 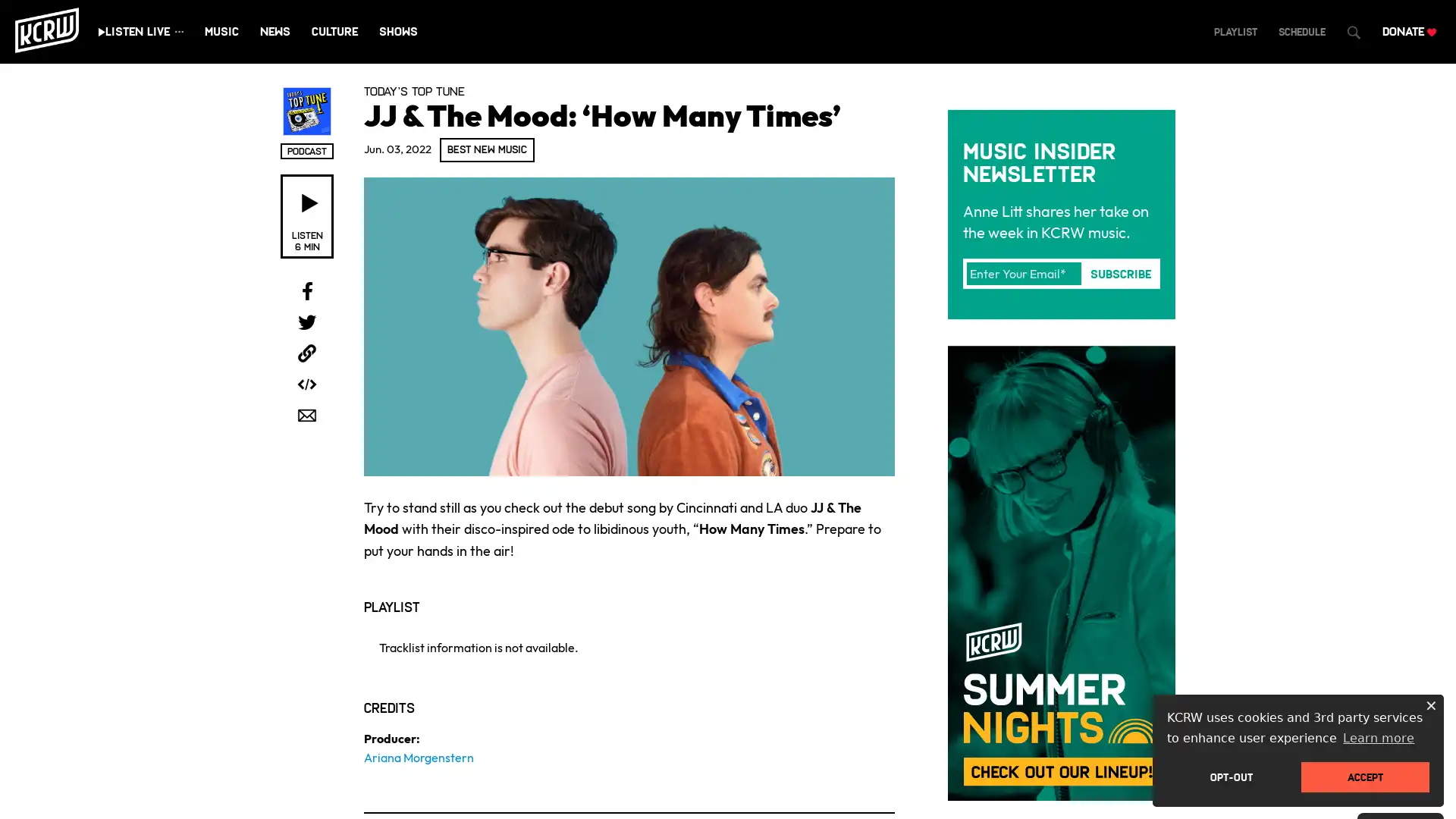 I want to click on Listen, so click(x=306, y=216).